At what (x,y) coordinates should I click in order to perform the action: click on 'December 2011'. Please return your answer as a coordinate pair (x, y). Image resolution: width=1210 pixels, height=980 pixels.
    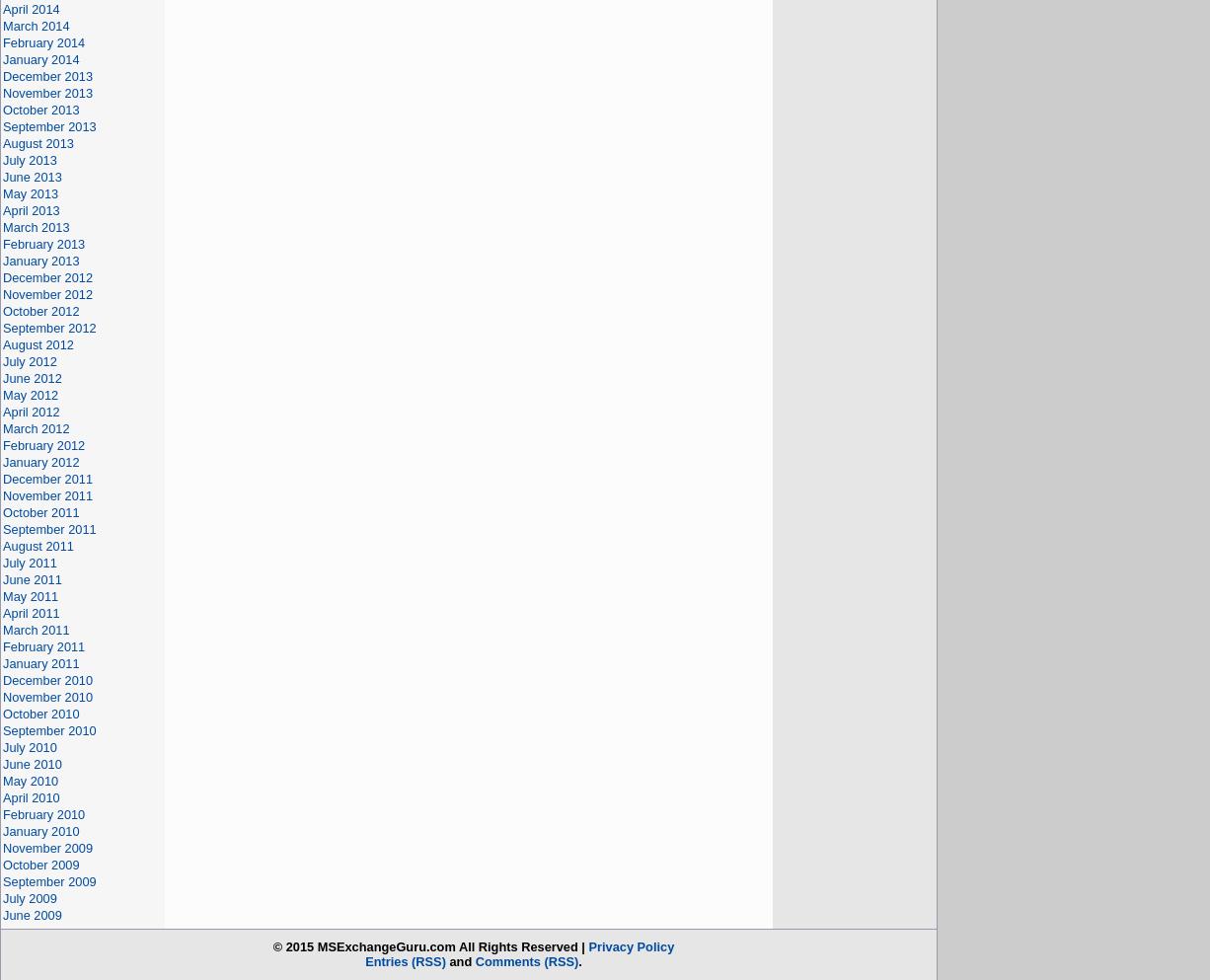
    Looking at the image, I should click on (2, 478).